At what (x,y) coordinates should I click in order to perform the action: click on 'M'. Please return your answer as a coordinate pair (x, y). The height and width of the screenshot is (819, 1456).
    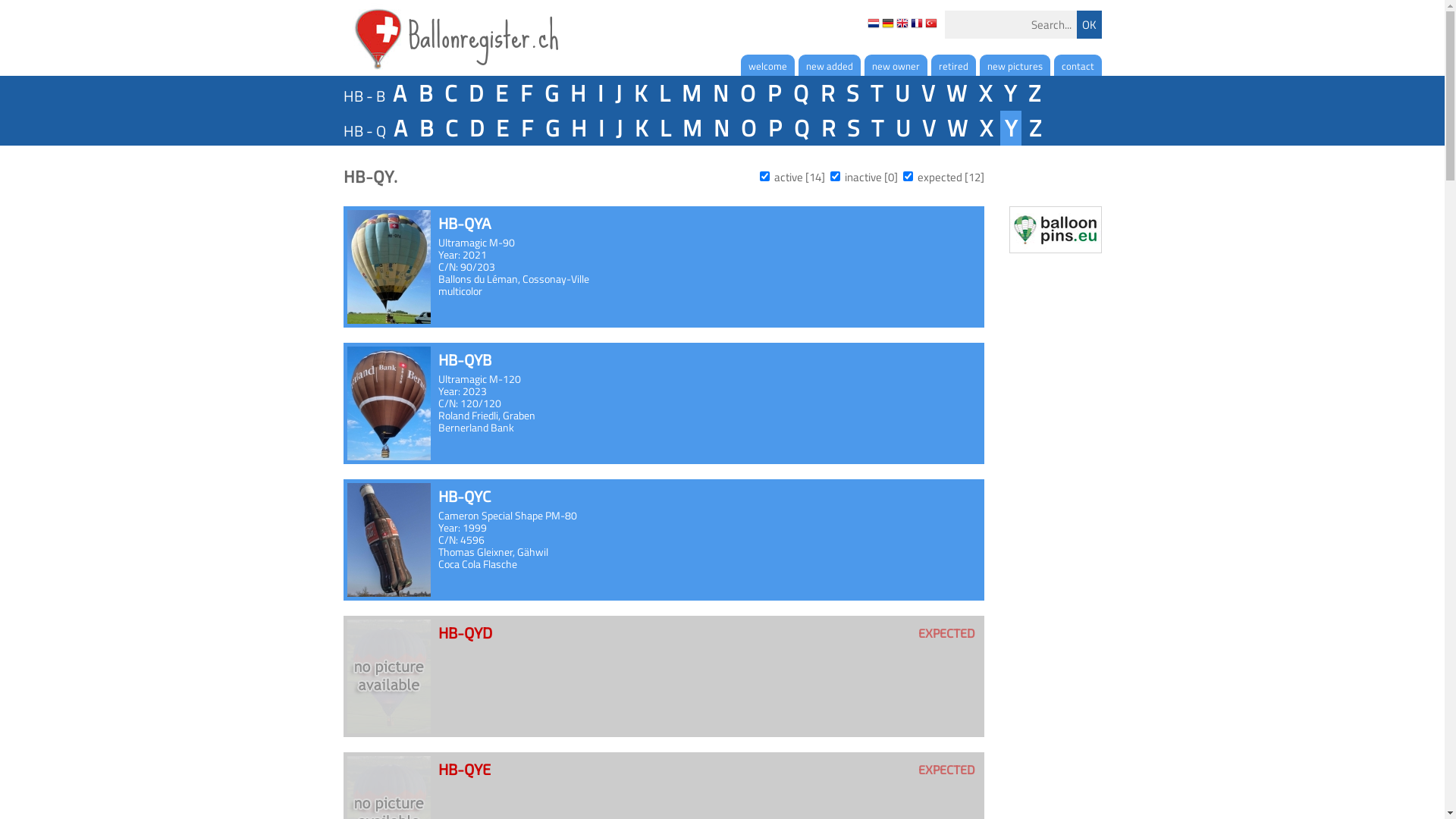
    Looking at the image, I should click on (691, 127).